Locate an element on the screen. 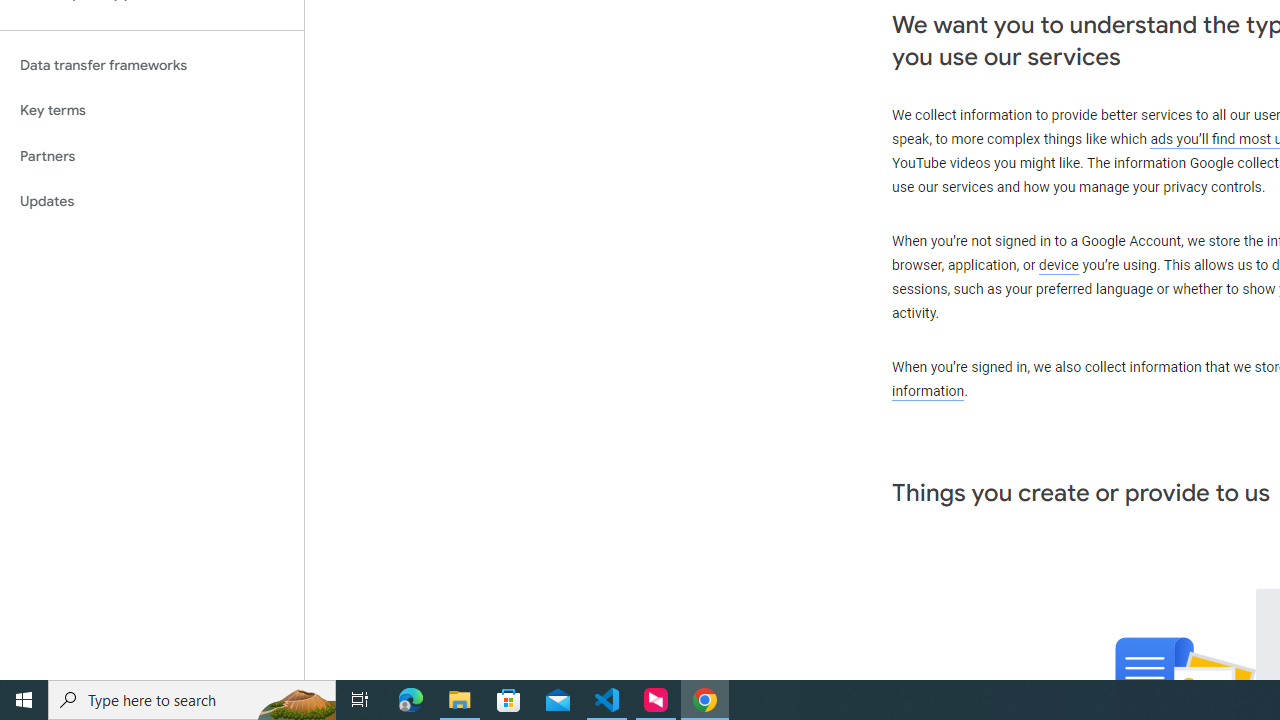 The image size is (1280, 720). 'Key terms' is located at coordinates (151, 110).